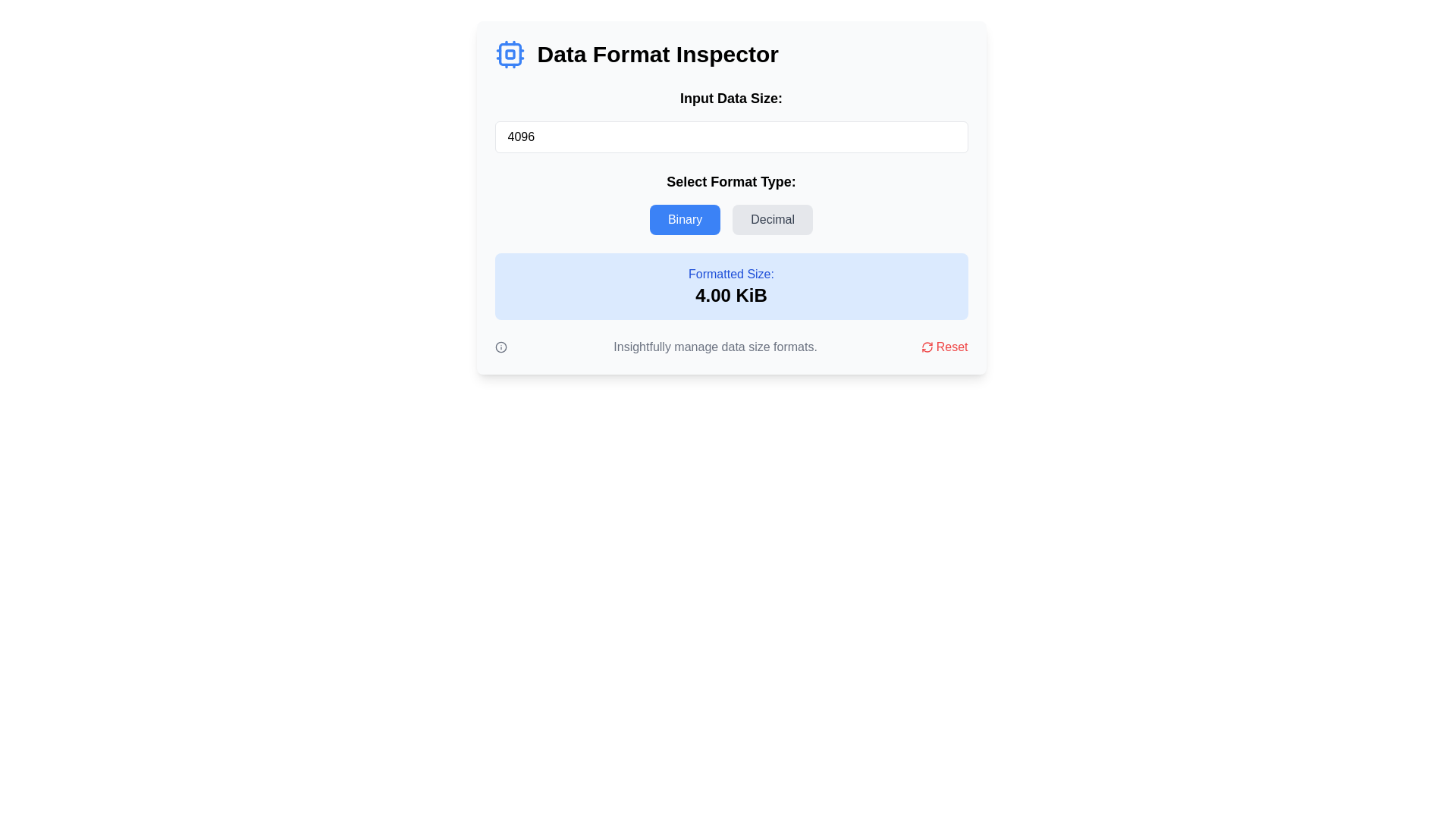  What do you see at coordinates (657, 54) in the screenshot?
I see `text element displaying 'Data Format Inspector', which is a prominent heading styled in bold at the top of the interface` at bounding box center [657, 54].